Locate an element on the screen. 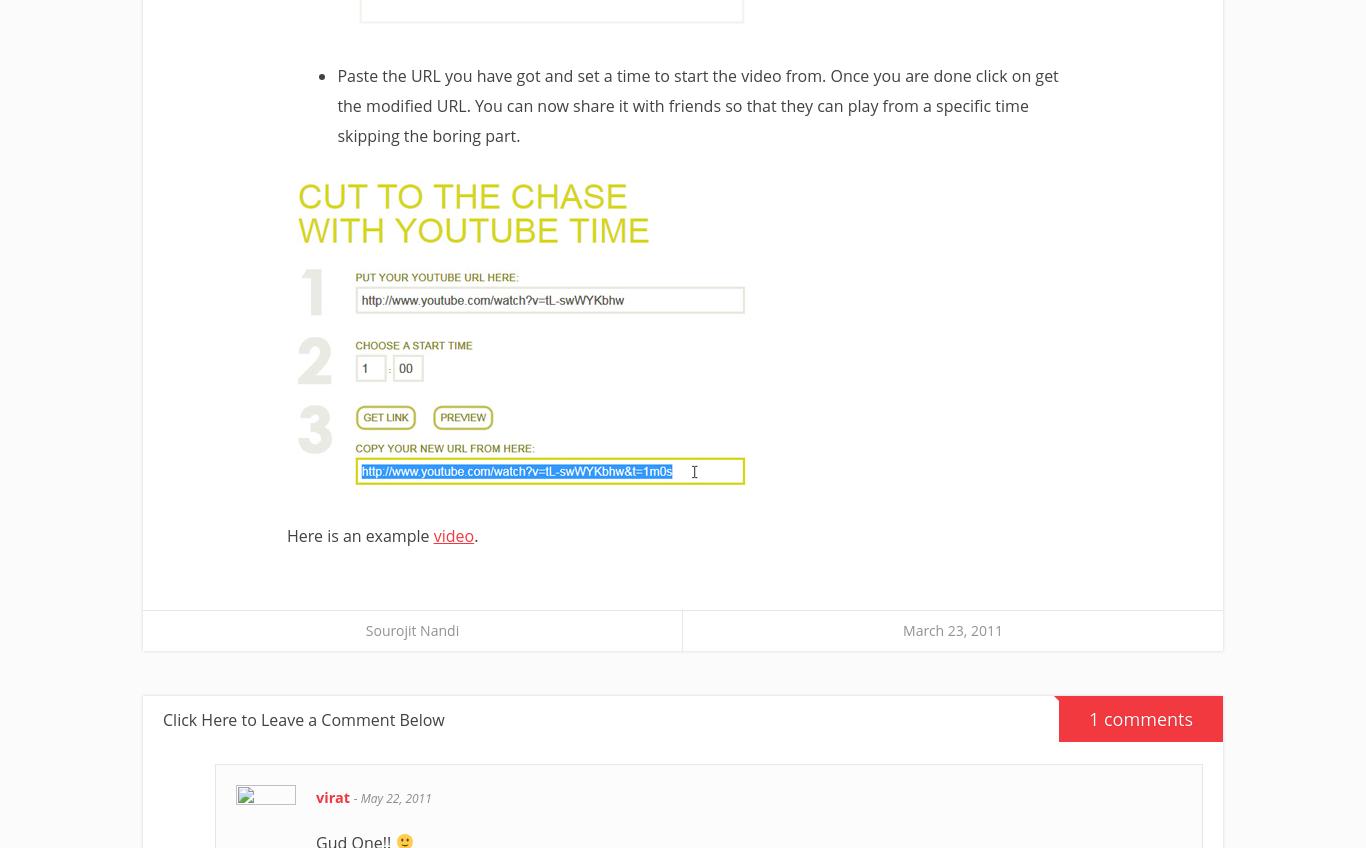 The height and width of the screenshot is (848, 1366). '-' is located at coordinates (355, 797).